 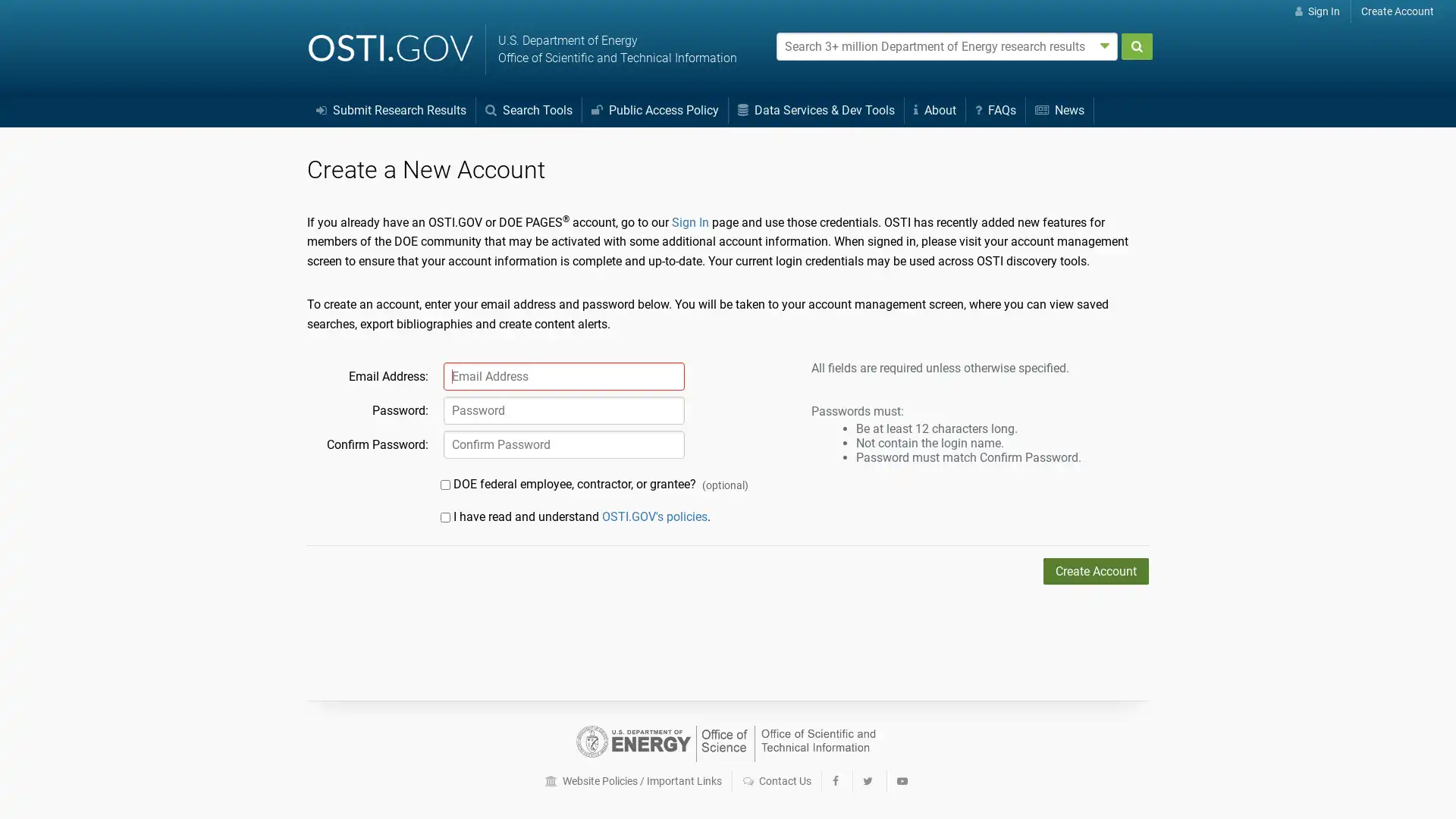 I want to click on Submit, so click(x=1136, y=45).